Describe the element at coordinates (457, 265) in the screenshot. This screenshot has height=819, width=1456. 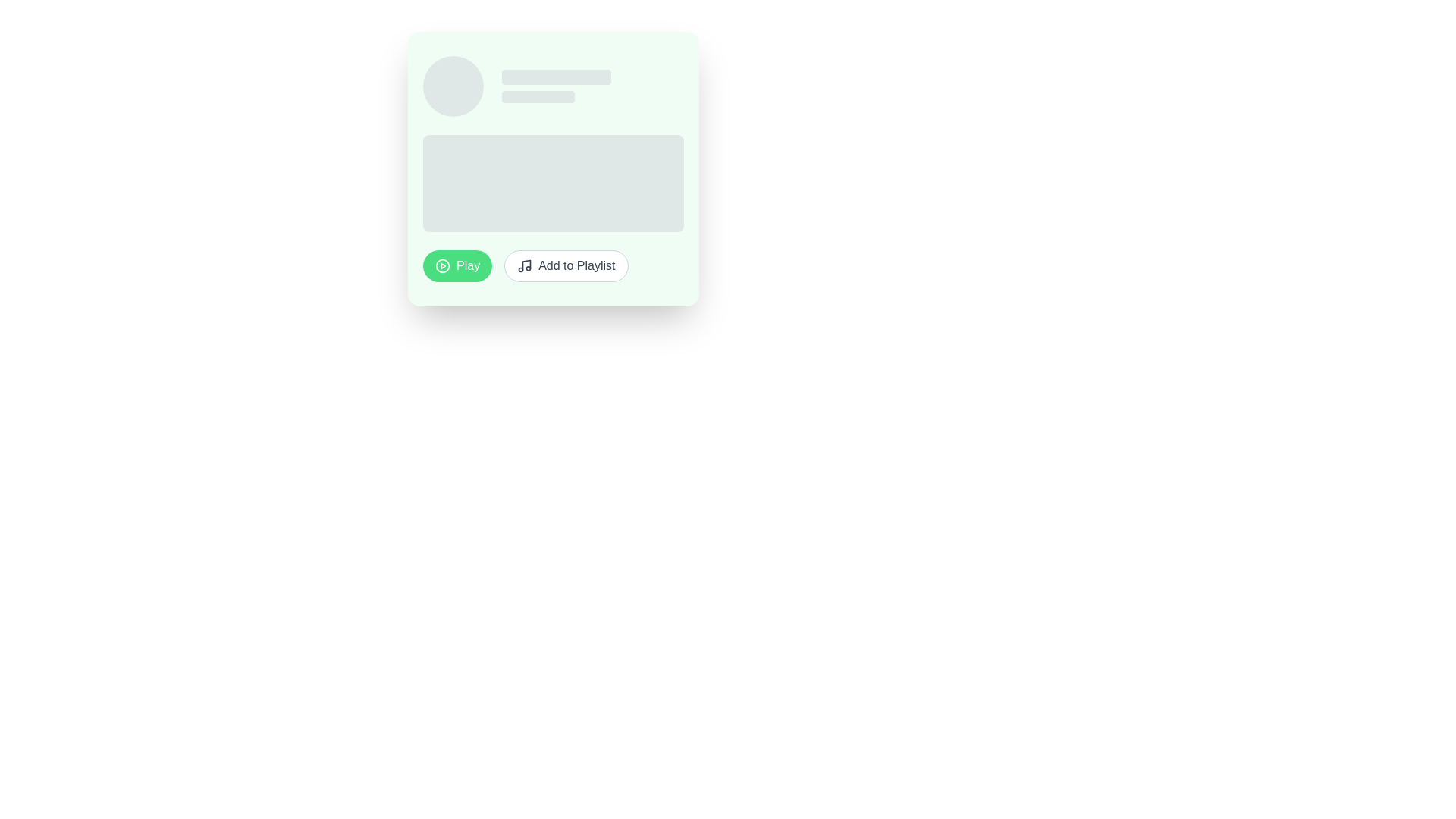
I see `the playback button located at the lower-left side of the interface to initiate media playback` at that location.